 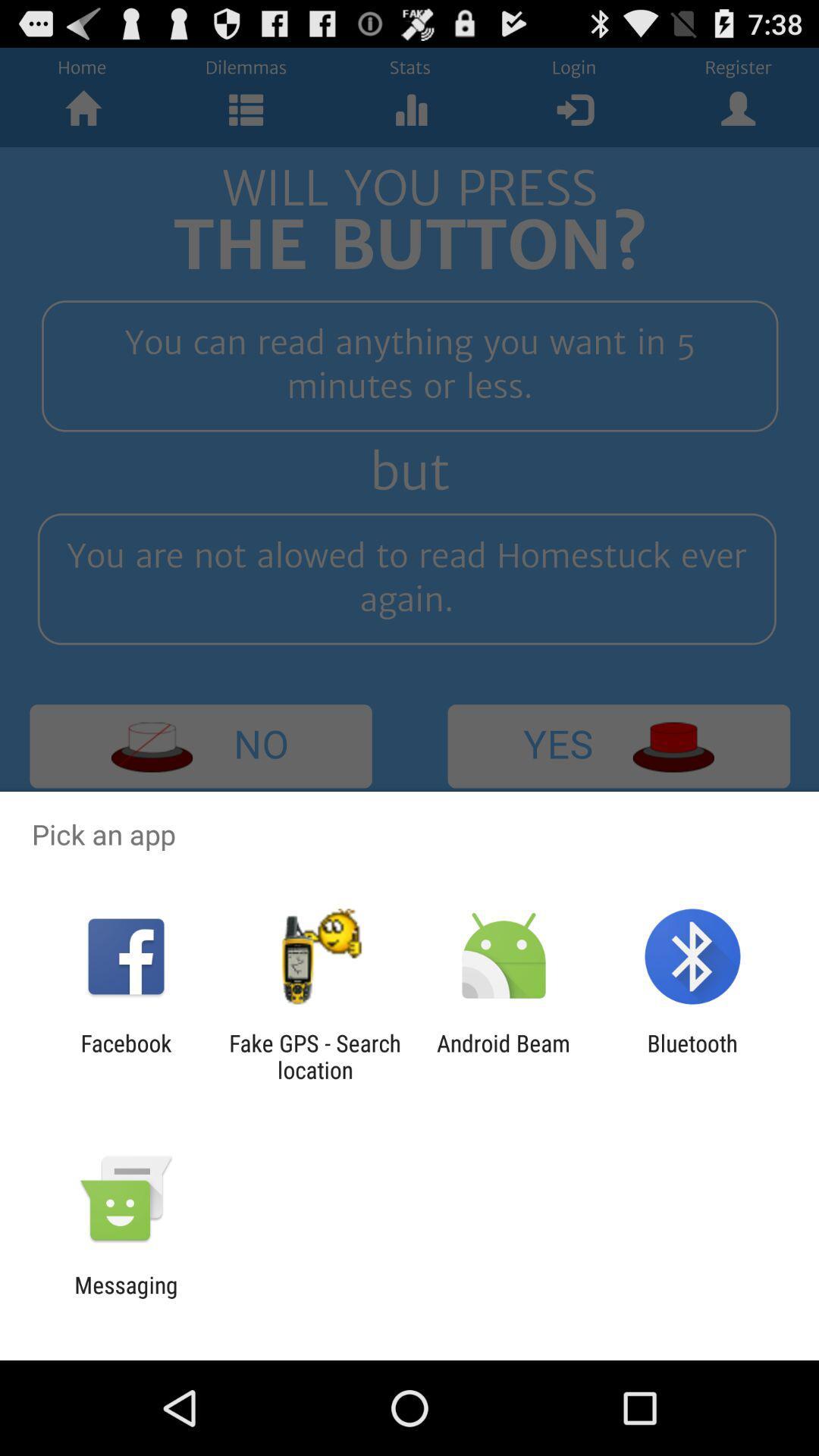 What do you see at coordinates (125, 1056) in the screenshot?
I see `the facebook icon` at bounding box center [125, 1056].